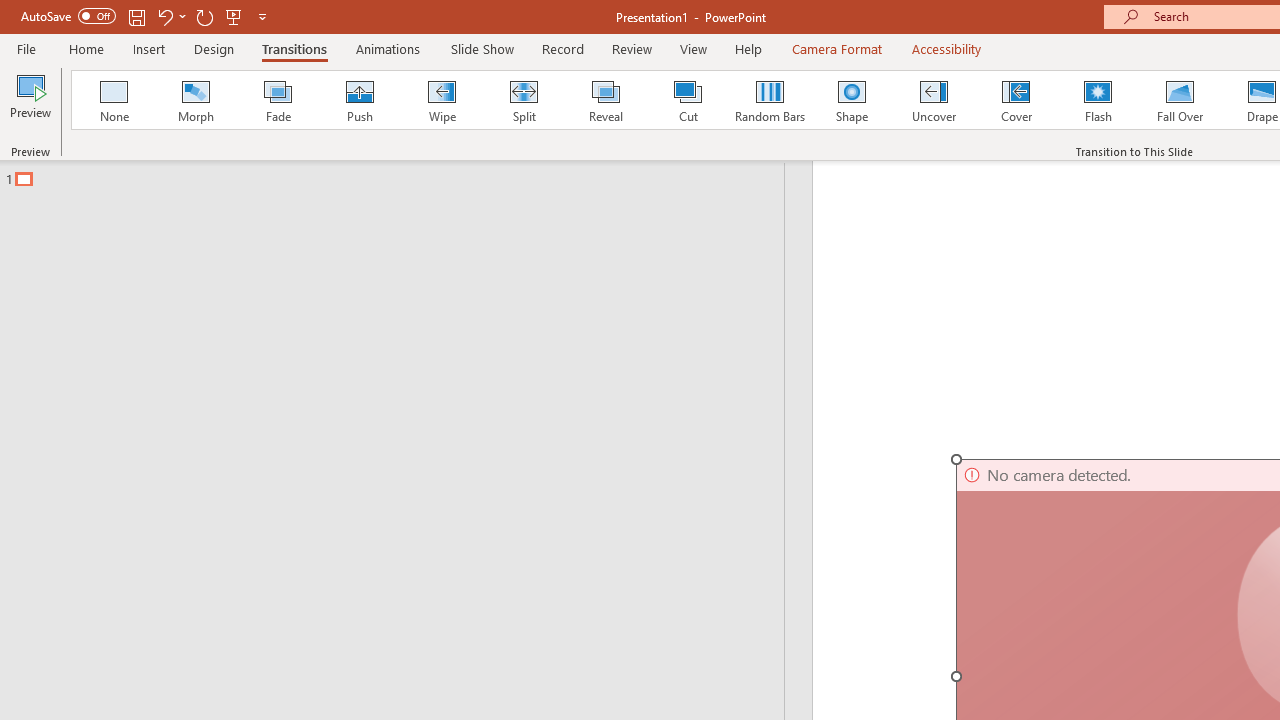 Image resolution: width=1280 pixels, height=720 pixels. Describe the element at coordinates (276, 100) in the screenshot. I see `'Fade'` at that location.